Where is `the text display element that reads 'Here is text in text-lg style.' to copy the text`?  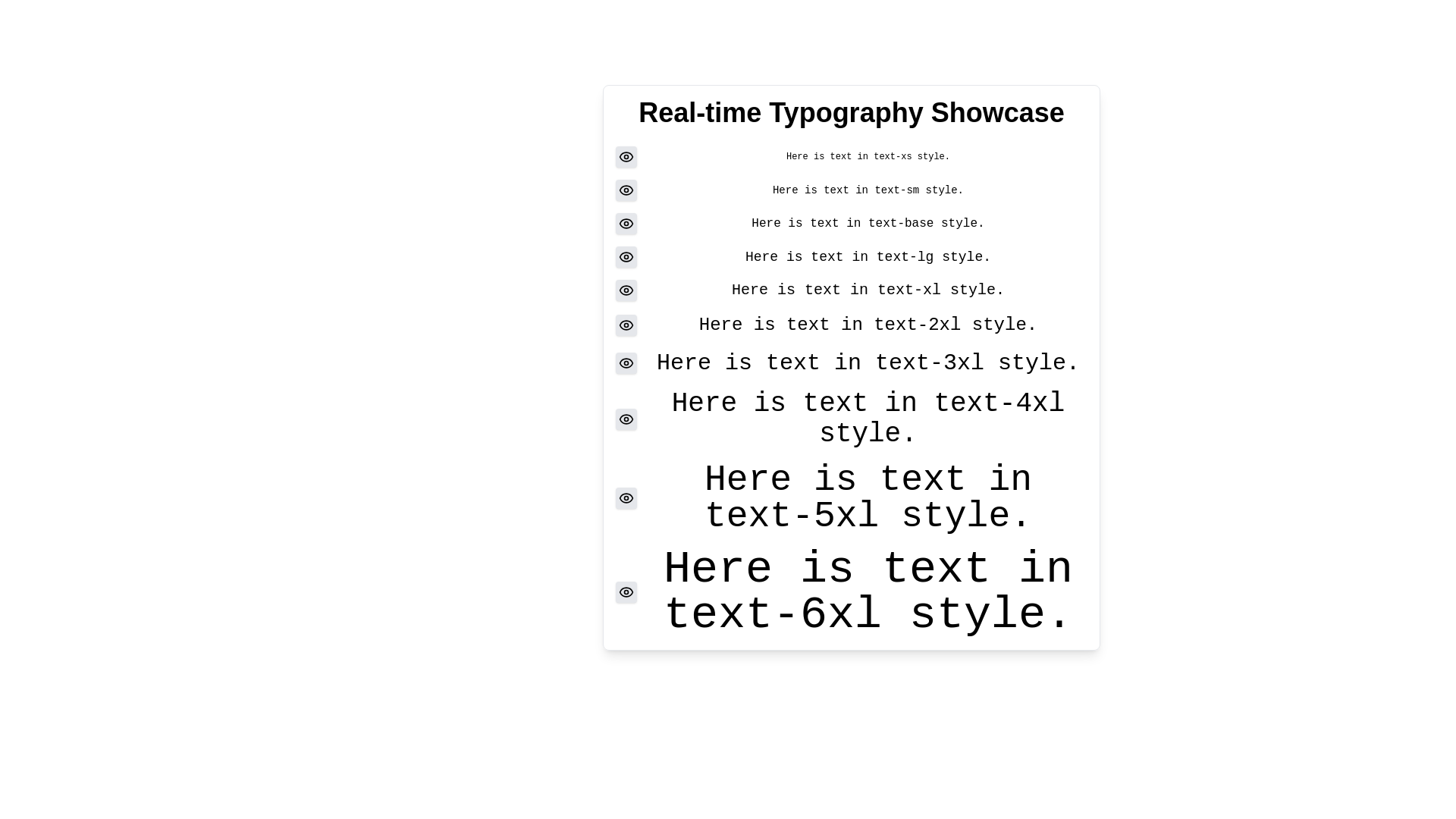
the text display element that reads 'Here is text in text-lg style.' to copy the text is located at coordinates (868, 256).